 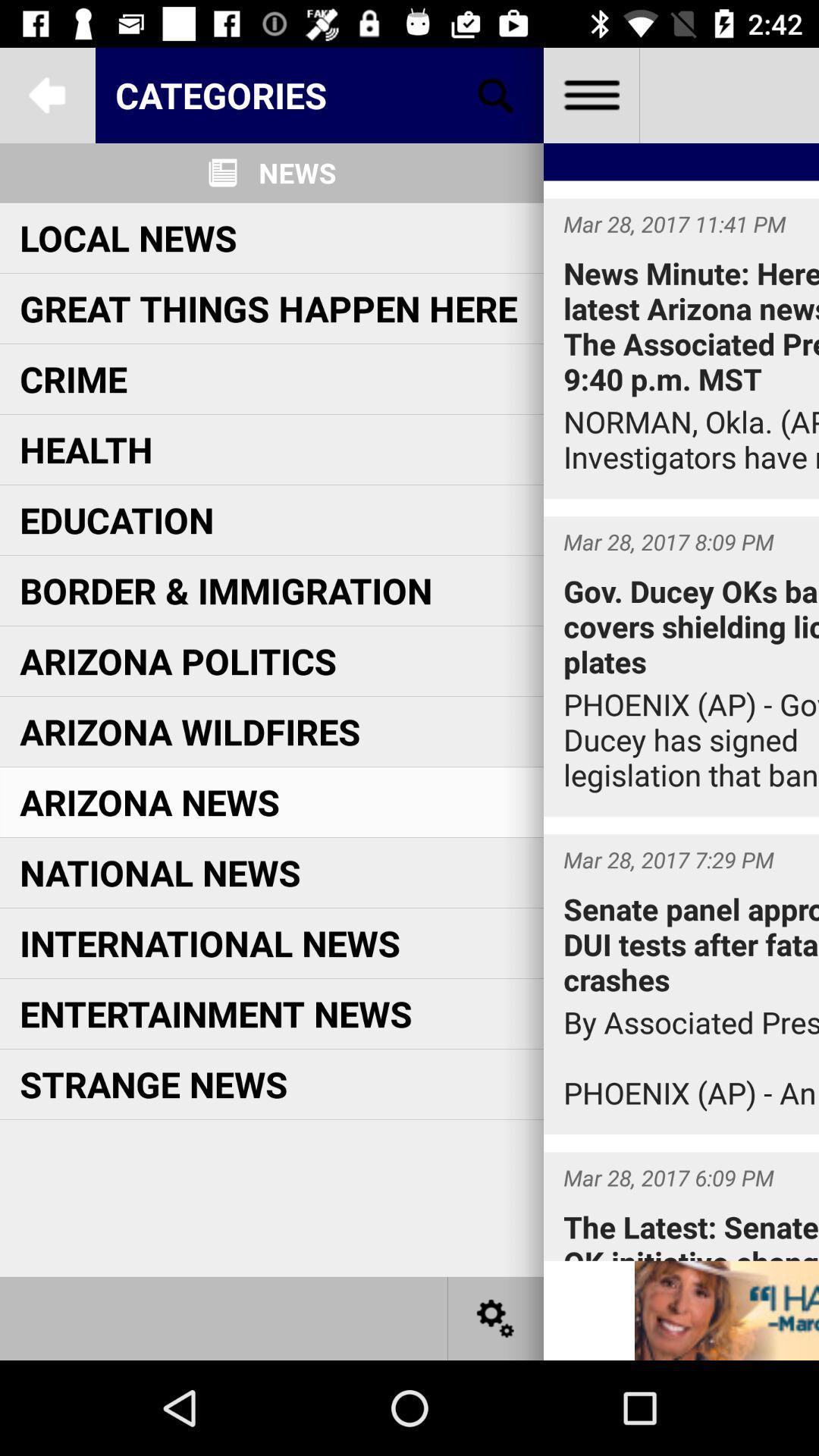 I want to click on the arrow_backward icon, so click(x=46, y=94).